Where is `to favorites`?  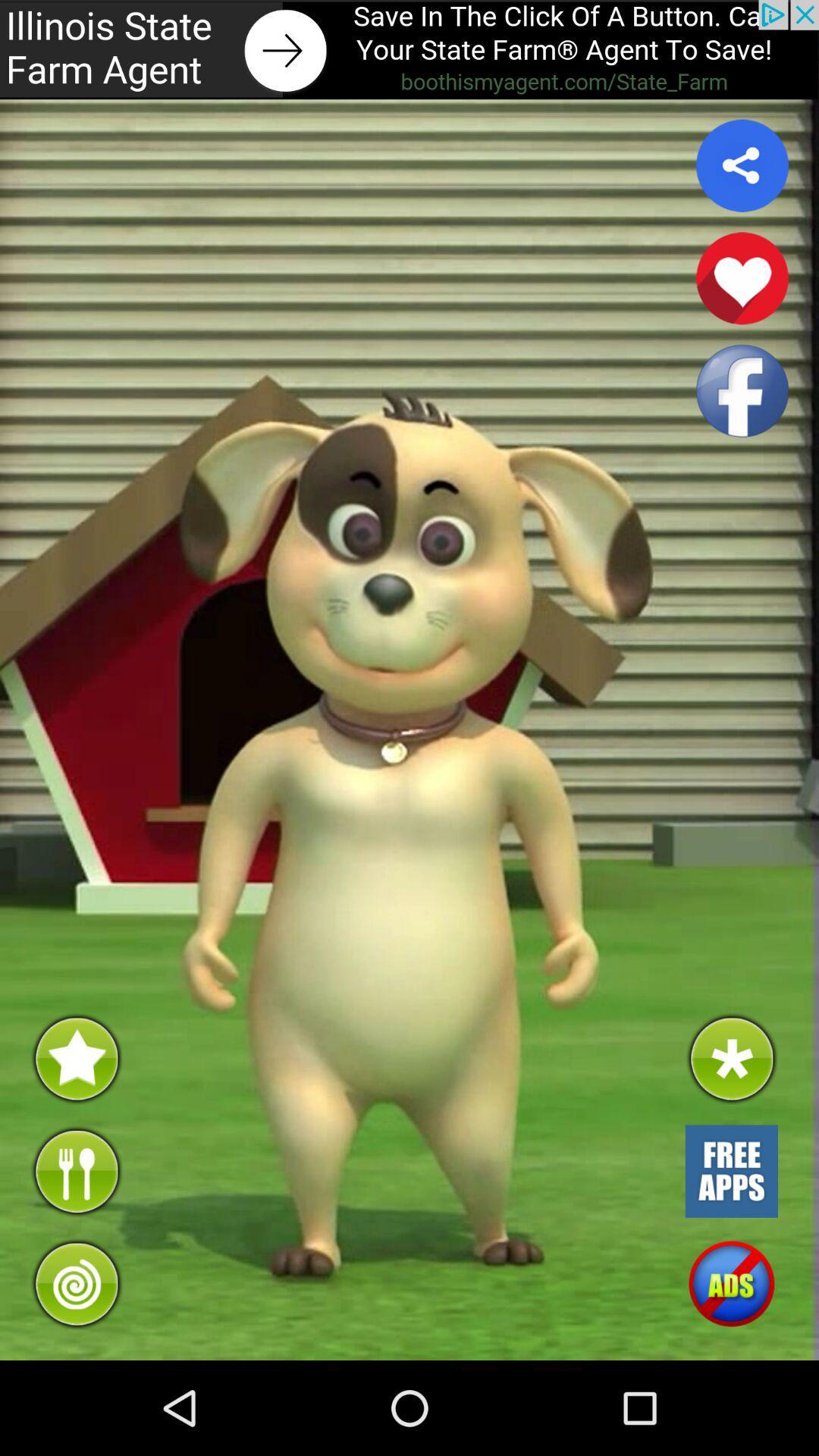 to favorites is located at coordinates (742, 278).